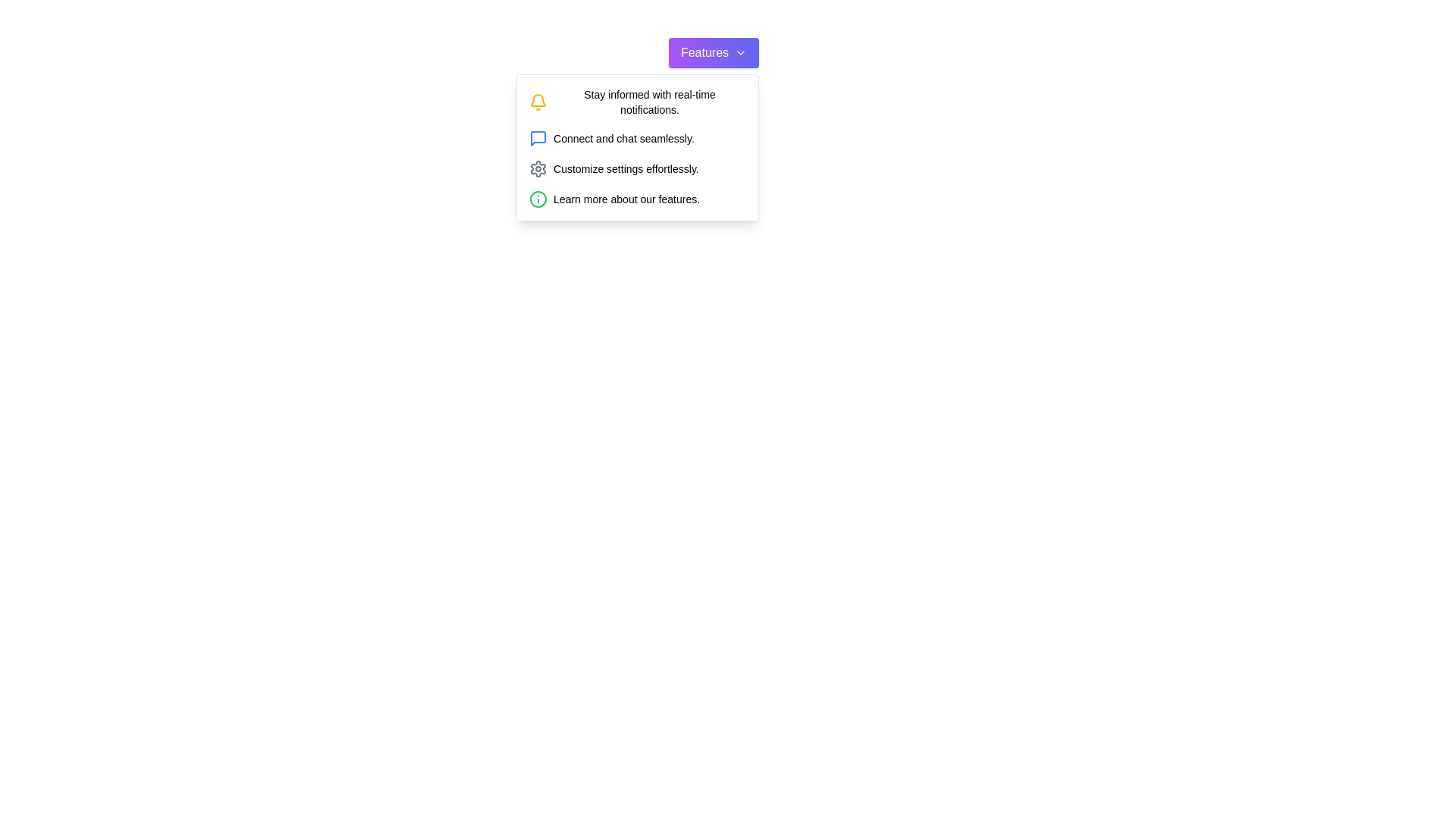  I want to click on the circular information icon, which is green and located next to the text 'Learn more about our features.' at the bottom of the list, so click(538, 198).